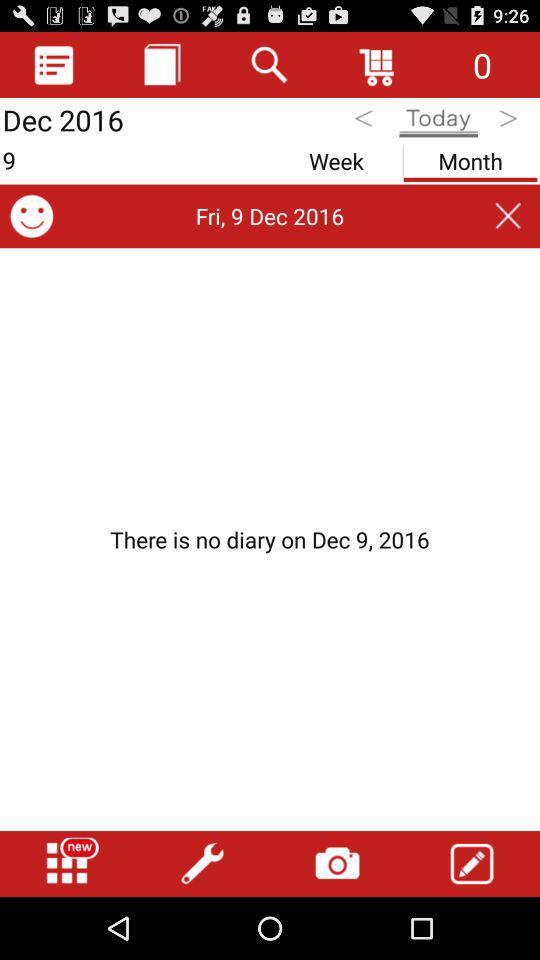 This screenshot has width=540, height=960. Describe the element at coordinates (270, 64) in the screenshot. I see `search` at that location.